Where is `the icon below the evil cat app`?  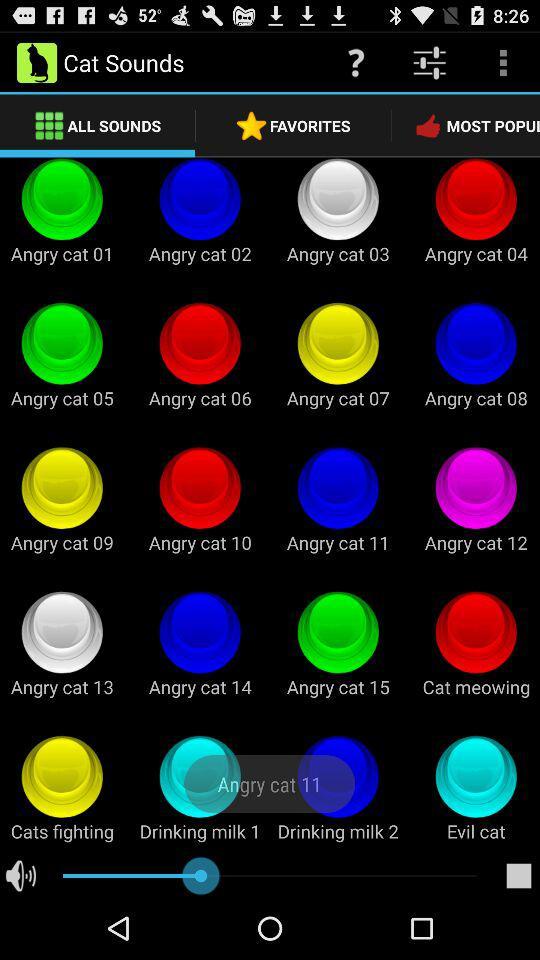 the icon below the evil cat app is located at coordinates (518, 875).